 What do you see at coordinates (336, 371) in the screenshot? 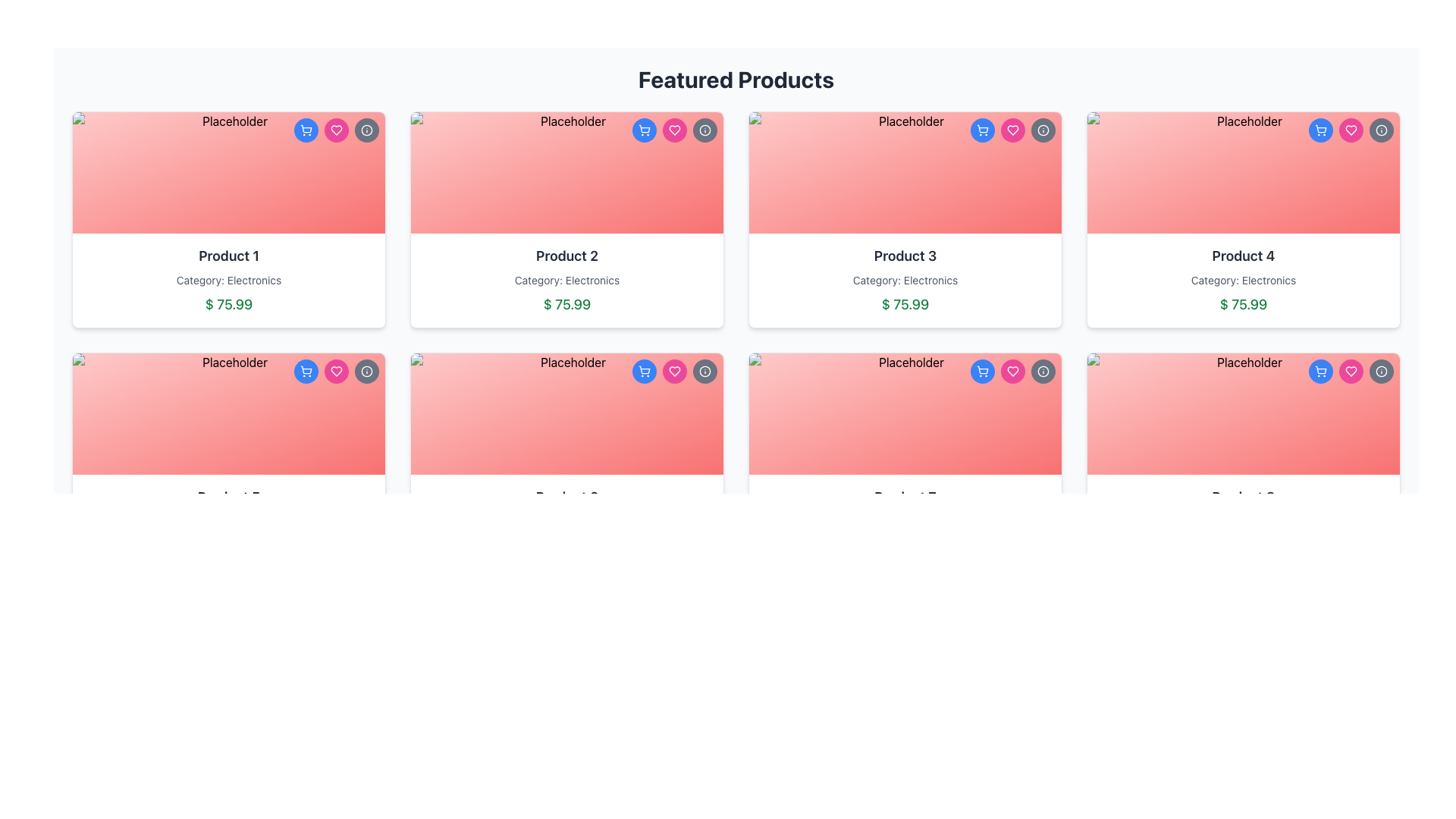
I see `the heart icon button located in the top-right corner of the 'Product 5' card to favorite the item` at bounding box center [336, 371].